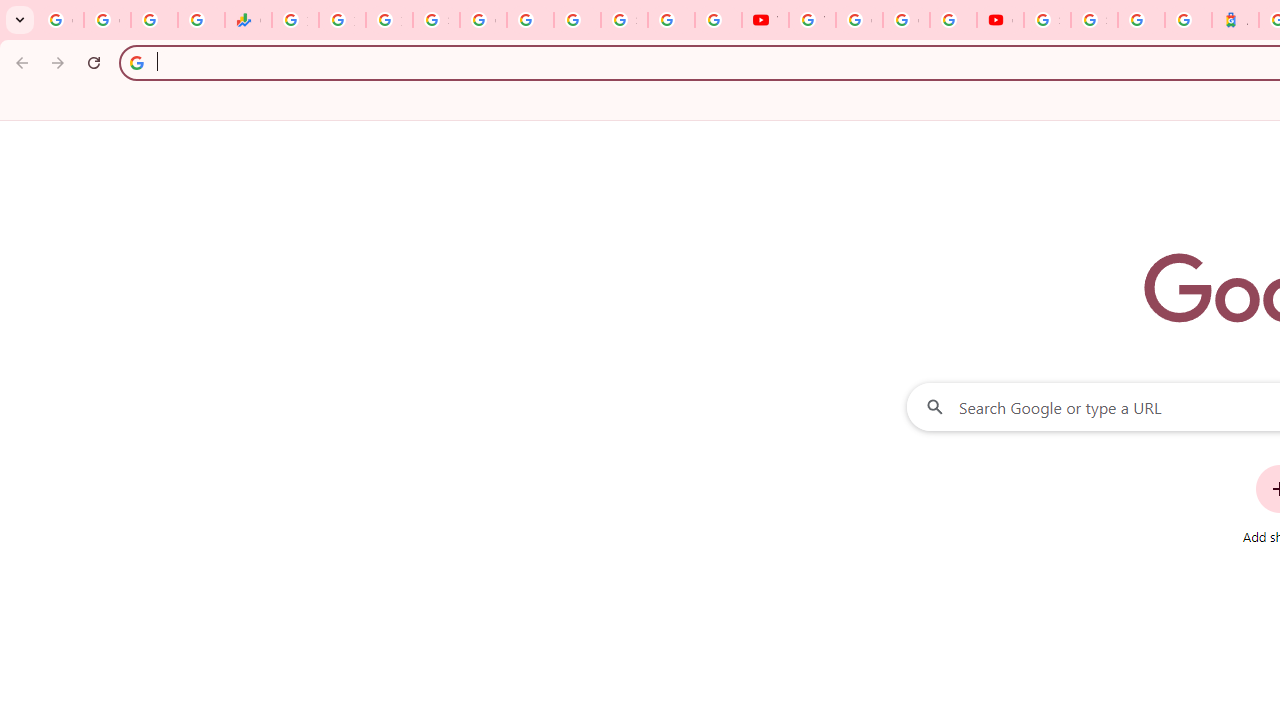 The width and height of the screenshot is (1280, 720). I want to click on 'YouTube', so click(812, 20).